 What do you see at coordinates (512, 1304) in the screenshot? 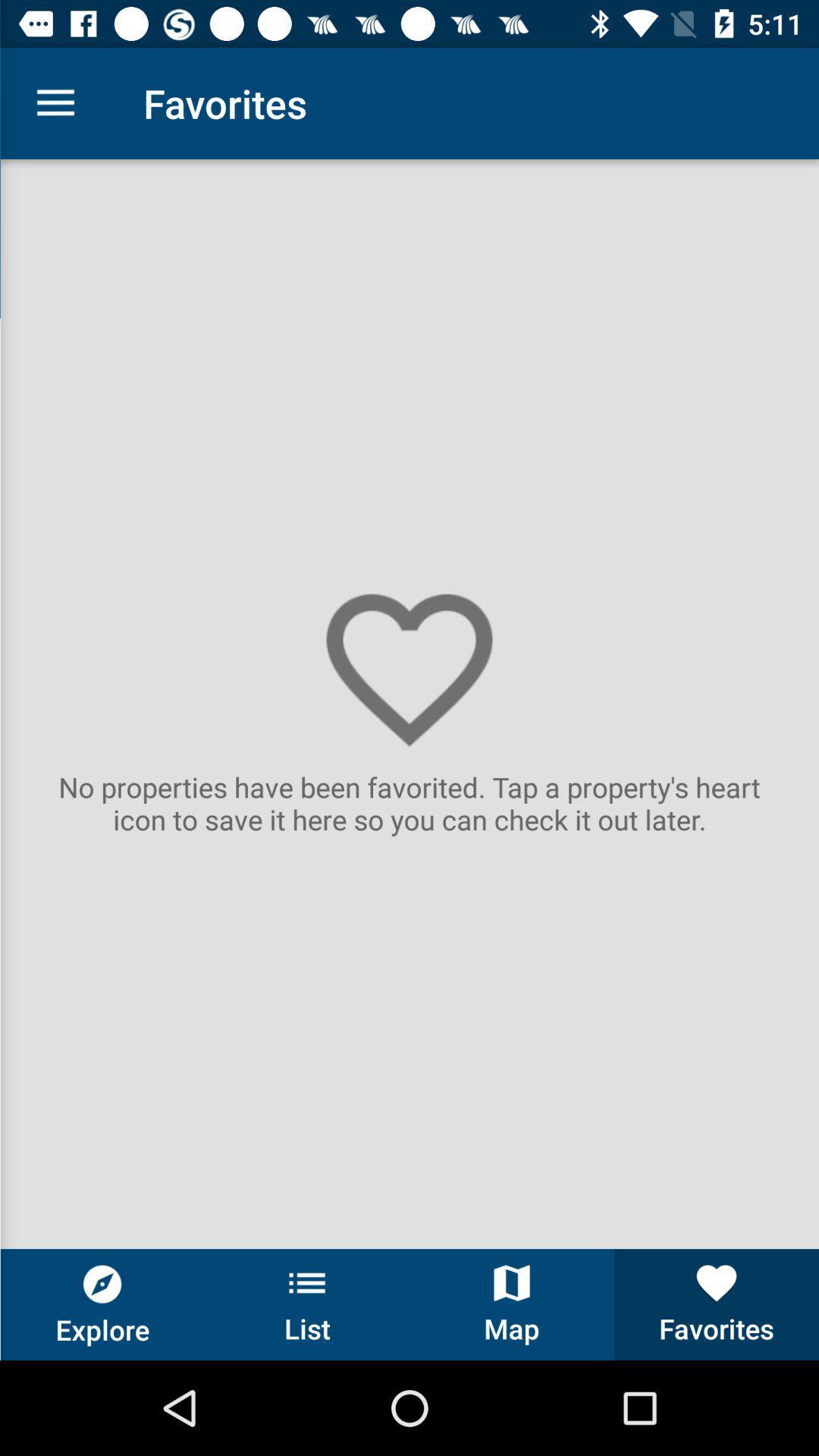
I see `map button` at bounding box center [512, 1304].